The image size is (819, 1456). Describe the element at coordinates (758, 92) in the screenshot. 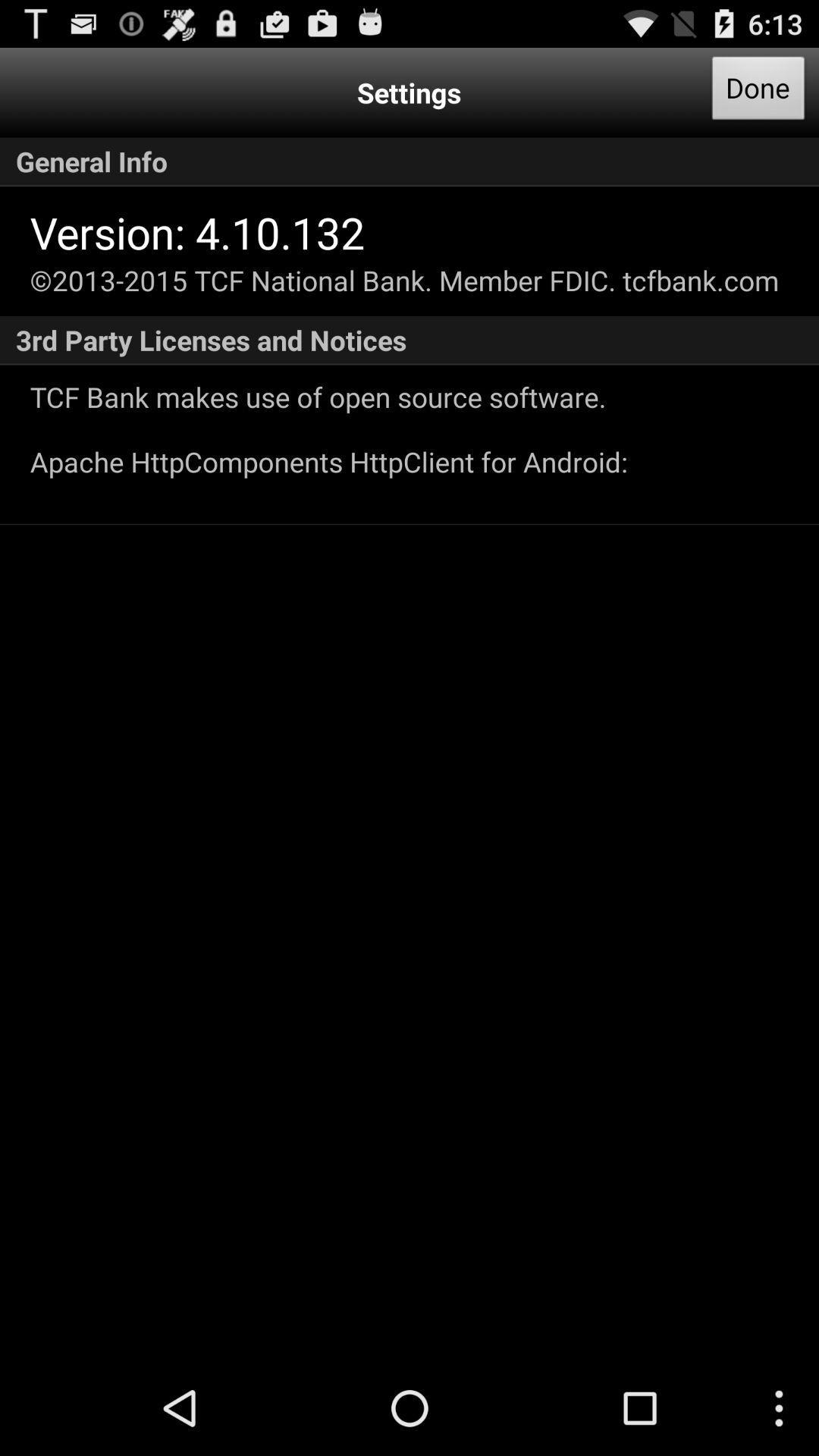

I see `done` at that location.